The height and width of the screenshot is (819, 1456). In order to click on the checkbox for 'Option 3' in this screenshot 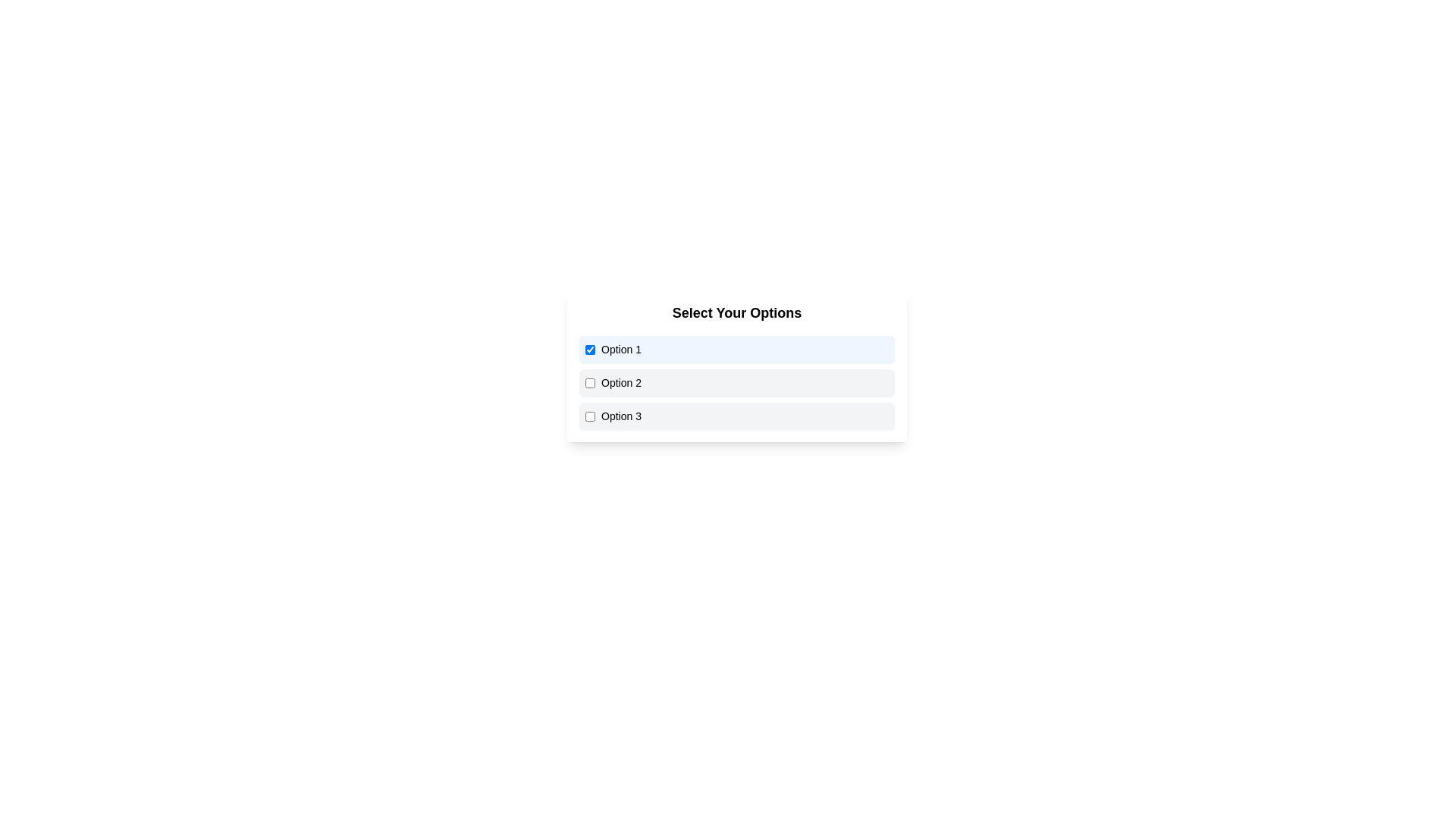, I will do `click(589, 416)`.